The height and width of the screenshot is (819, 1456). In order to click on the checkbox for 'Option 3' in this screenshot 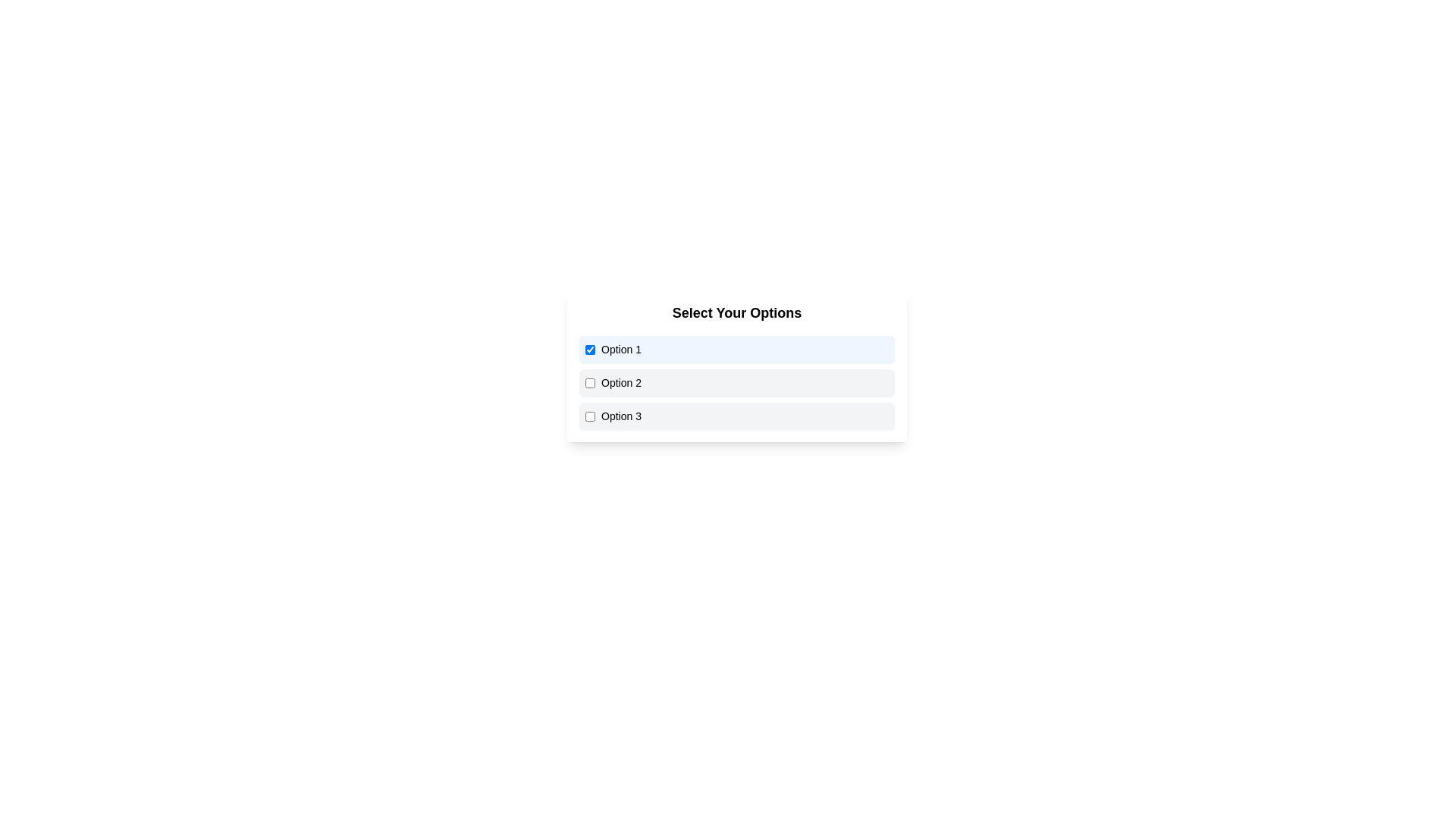, I will do `click(589, 416)`.